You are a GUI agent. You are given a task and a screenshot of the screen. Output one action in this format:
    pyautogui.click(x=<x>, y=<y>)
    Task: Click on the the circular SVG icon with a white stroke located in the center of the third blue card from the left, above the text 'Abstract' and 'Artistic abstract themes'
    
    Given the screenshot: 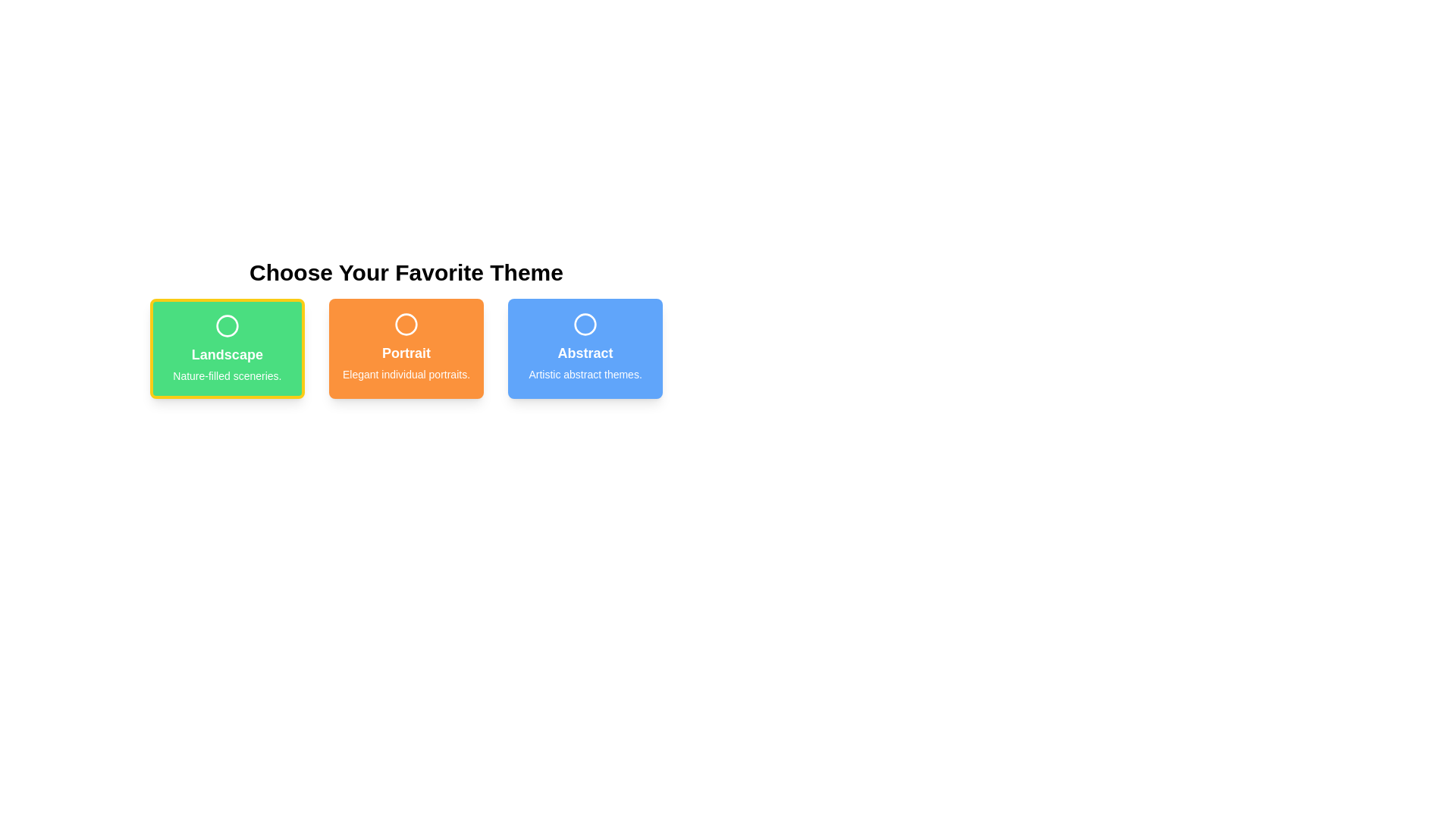 What is the action you would take?
    pyautogui.click(x=585, y=324)
    